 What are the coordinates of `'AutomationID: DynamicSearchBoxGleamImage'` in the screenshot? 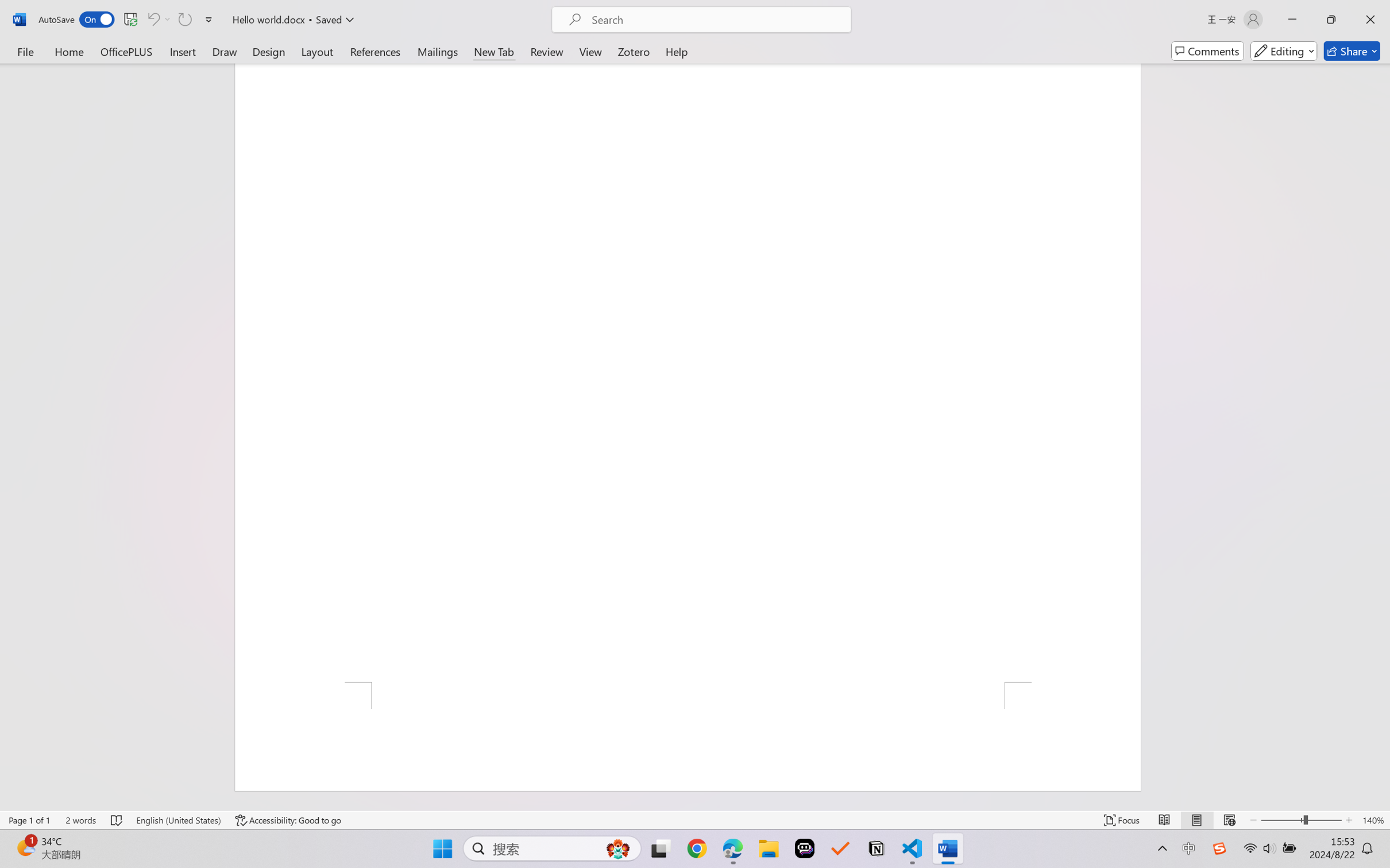 It's located at (618, 848).